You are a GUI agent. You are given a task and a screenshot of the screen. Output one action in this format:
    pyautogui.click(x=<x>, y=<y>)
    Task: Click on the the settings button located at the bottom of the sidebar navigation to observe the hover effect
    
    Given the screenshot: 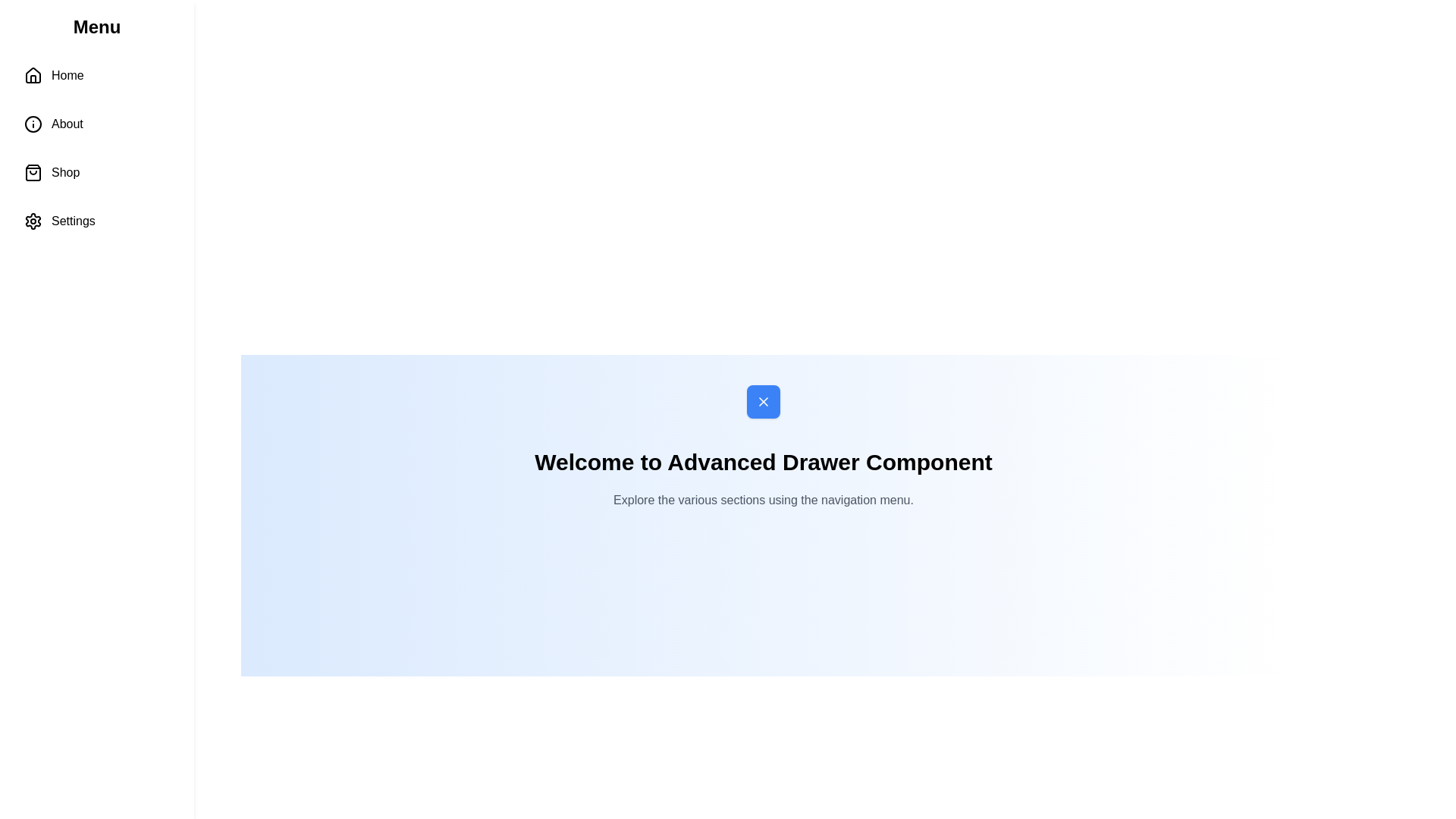 What is the action you would take?
    pyautogui.click(x=96, y=221)
    